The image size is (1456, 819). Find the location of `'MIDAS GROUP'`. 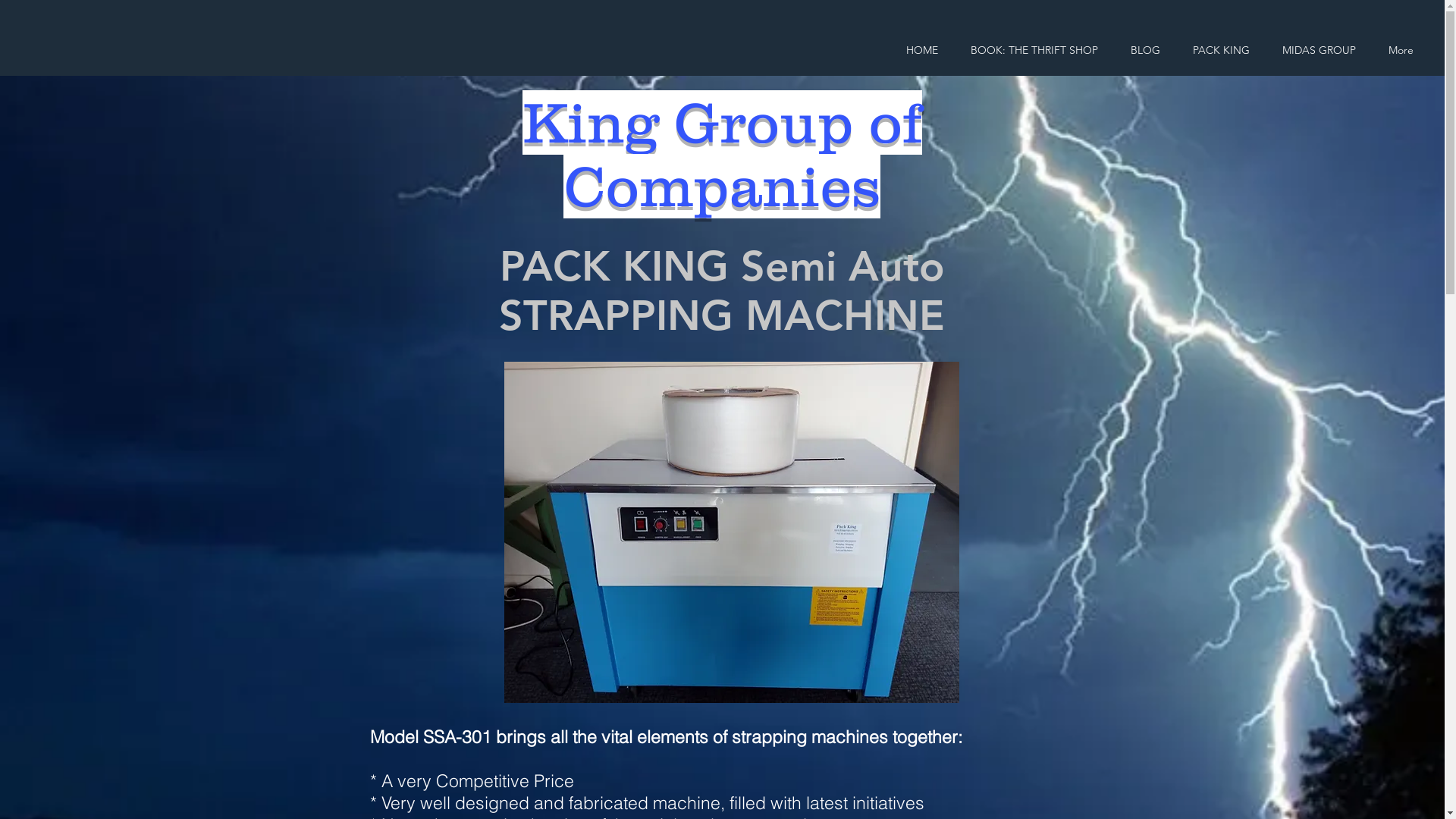

'MIDAS GROUP' is located at coordinates (1317, 49).